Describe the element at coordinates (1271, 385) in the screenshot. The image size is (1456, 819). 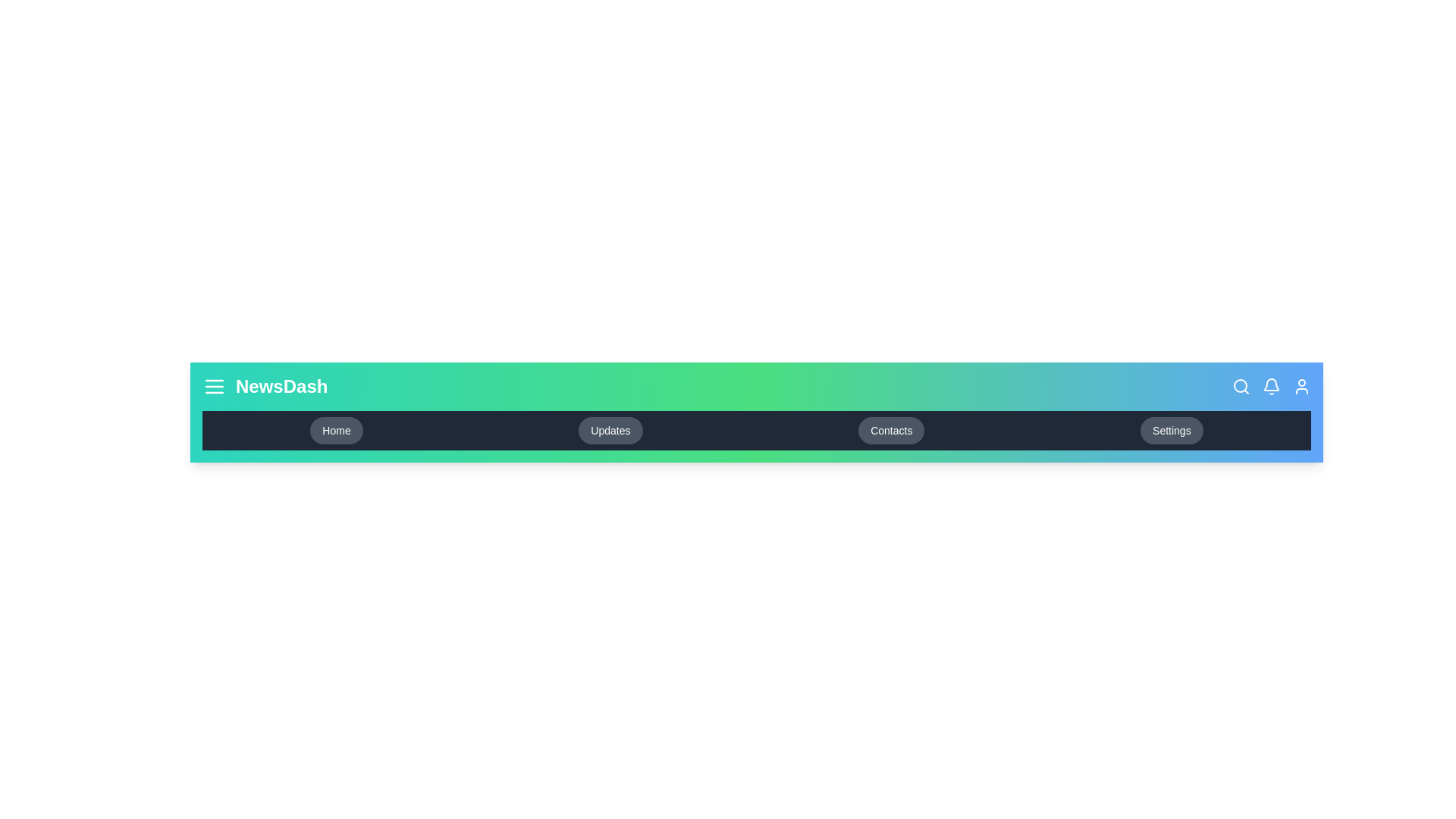
I see `the notification icon in the app bar` at that location.